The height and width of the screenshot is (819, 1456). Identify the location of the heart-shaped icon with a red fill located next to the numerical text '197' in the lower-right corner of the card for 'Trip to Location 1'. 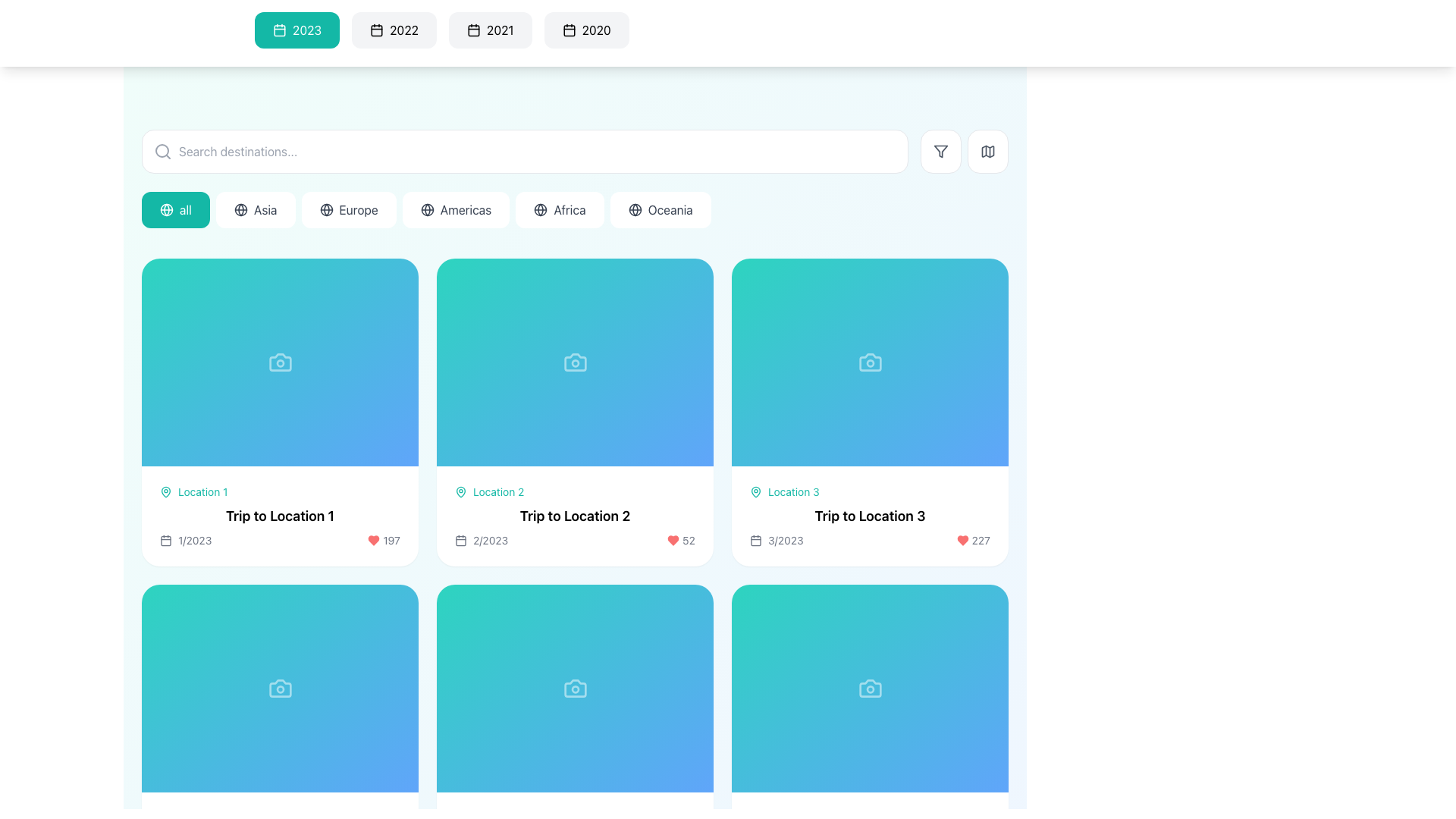
(374, 539).